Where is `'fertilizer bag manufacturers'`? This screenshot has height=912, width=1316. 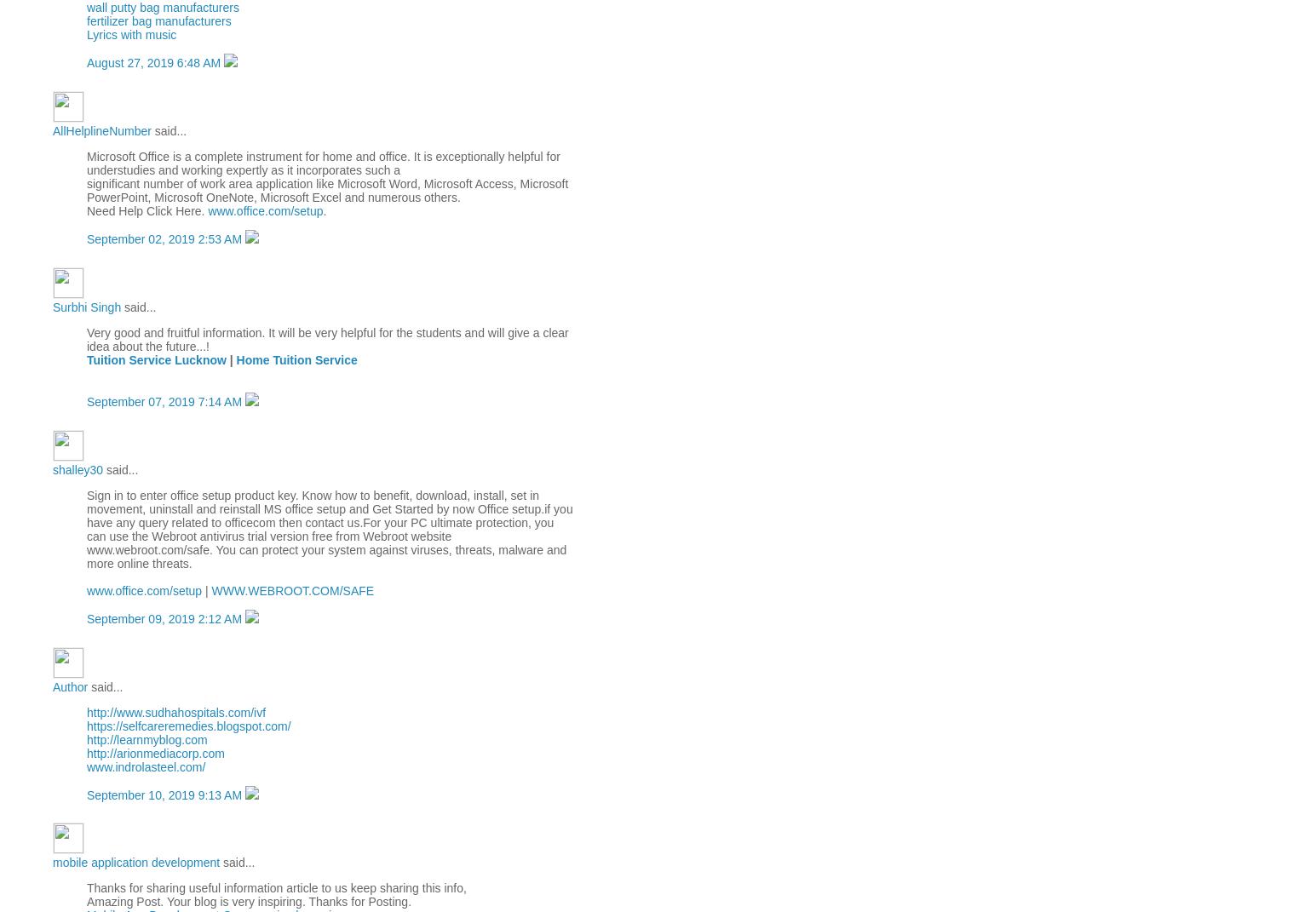
'fertilizer bag manufacturers' is located at coordinates (158, 20).